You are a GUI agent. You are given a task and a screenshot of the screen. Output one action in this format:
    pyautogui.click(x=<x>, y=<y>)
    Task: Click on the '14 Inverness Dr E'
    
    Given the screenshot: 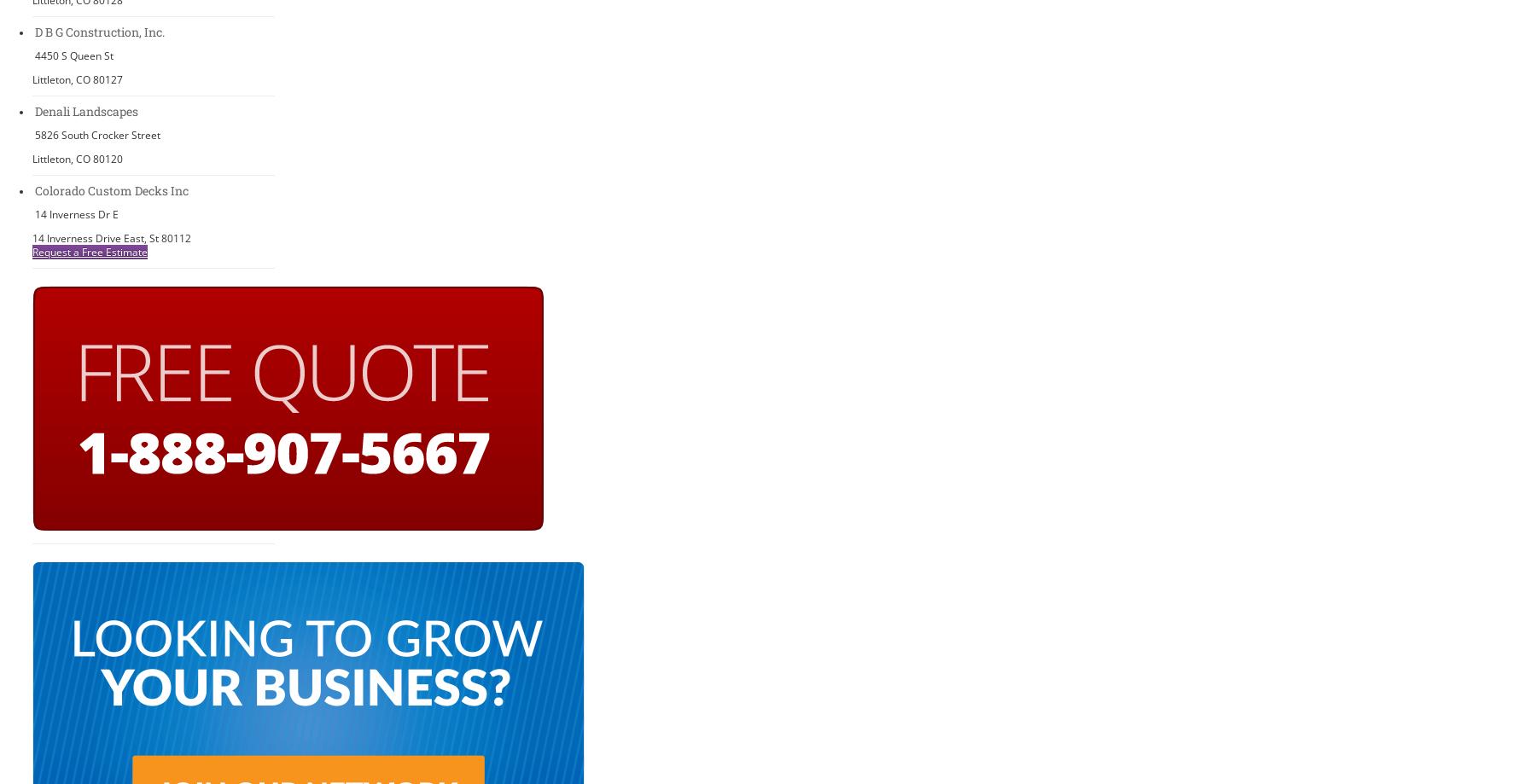 What is the action you would take?
    pyautogui.click(x=34, y=213)
    